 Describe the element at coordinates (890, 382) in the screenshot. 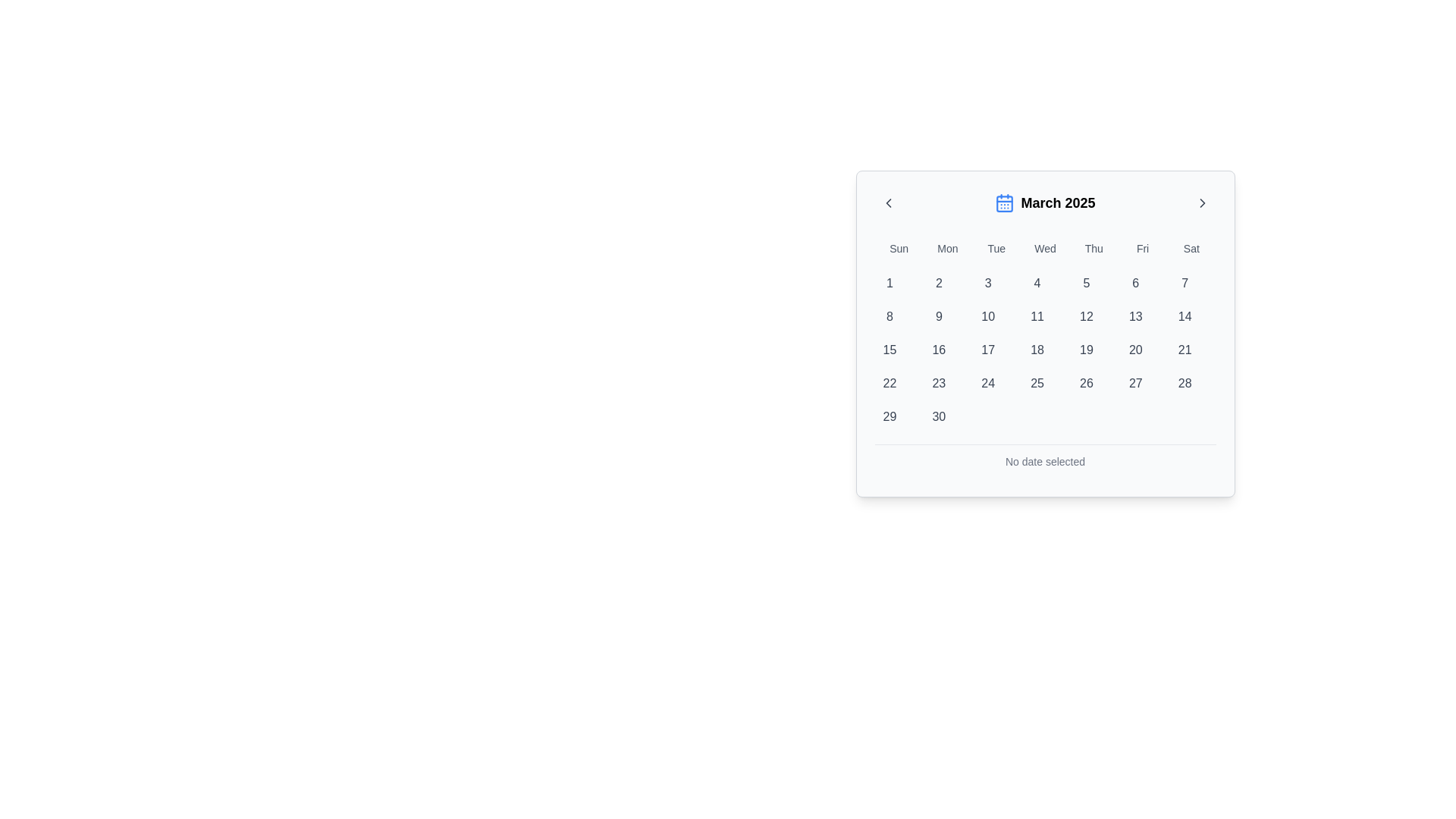

I see `the selectable date option button for March 22nd, 2025, located in the fourth row, first column of the calendar interface` at that location.